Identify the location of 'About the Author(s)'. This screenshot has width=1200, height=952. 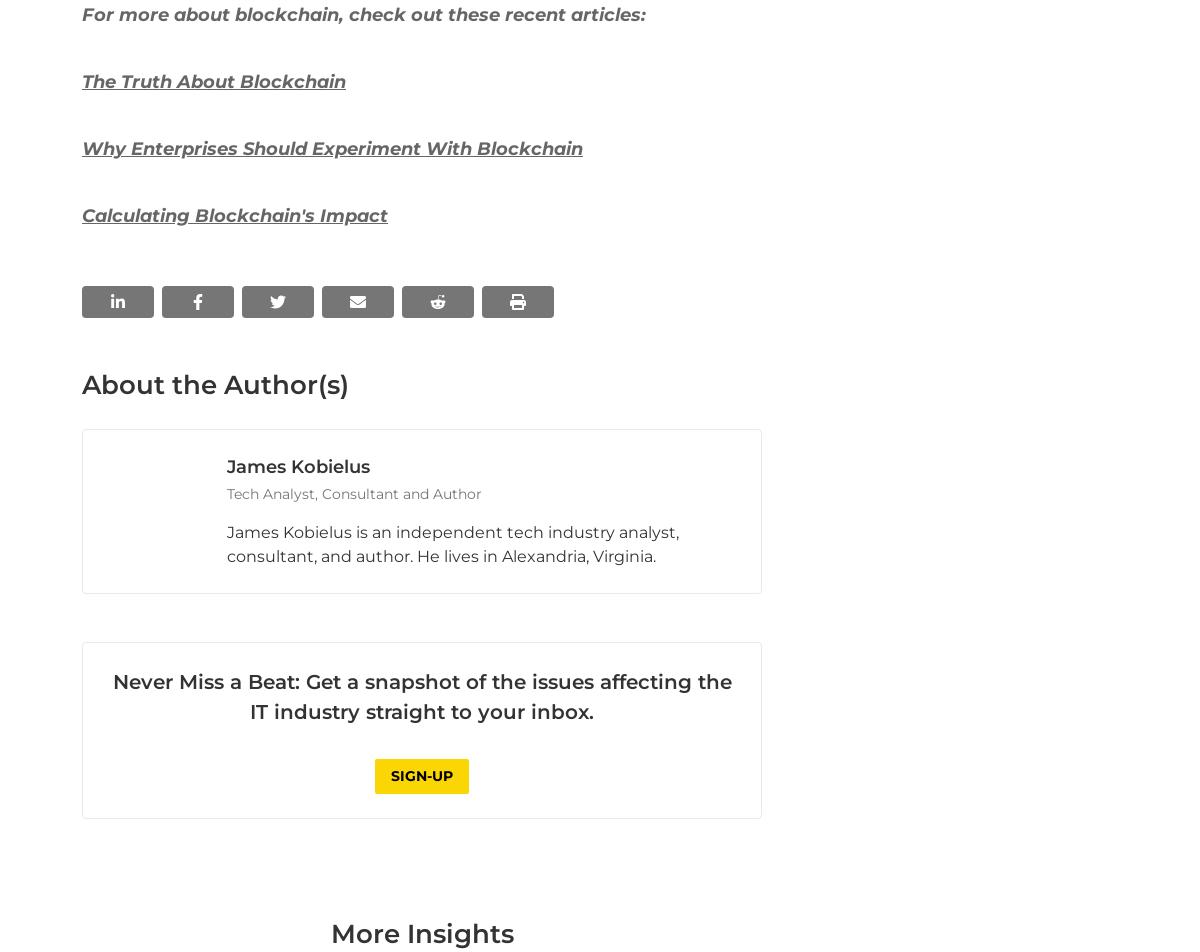
(214, 749).